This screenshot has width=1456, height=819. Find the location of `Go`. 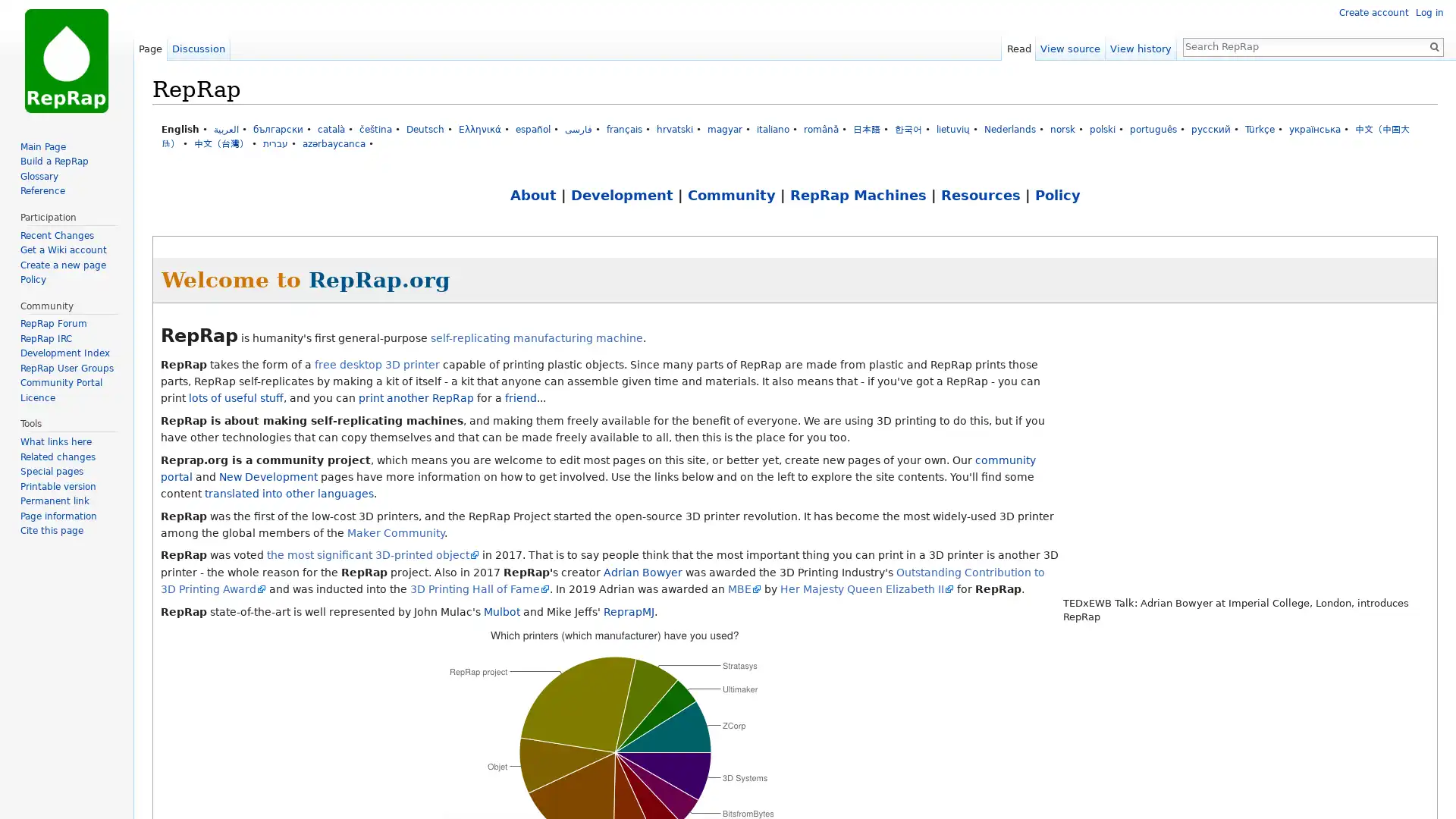

Go is located at coordinates (1433, 45).